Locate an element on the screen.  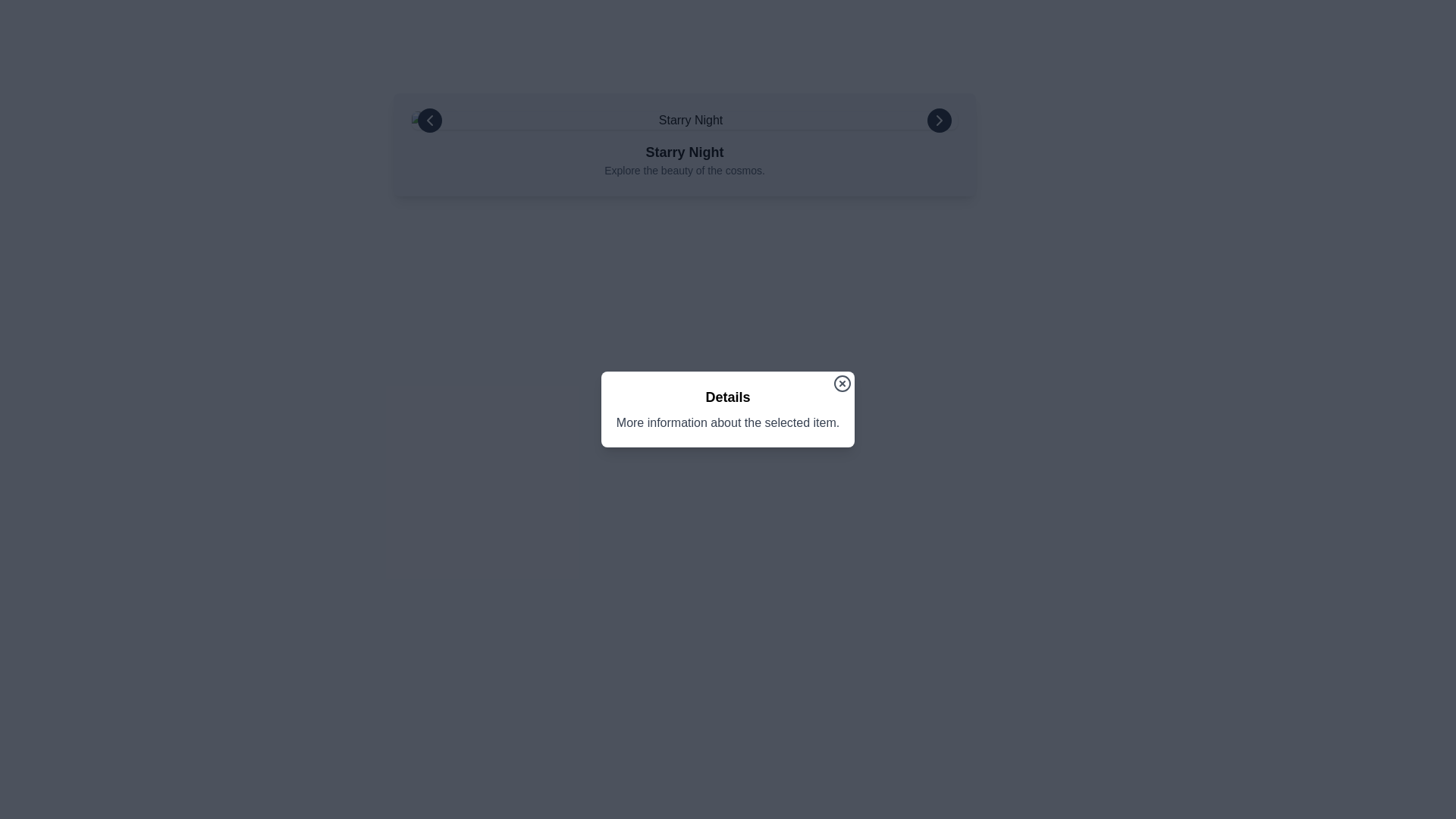
the circular button with a dark gray background and white chevron pointing left, located on the left side of a carousel interface is located at coordinates (428, 119).